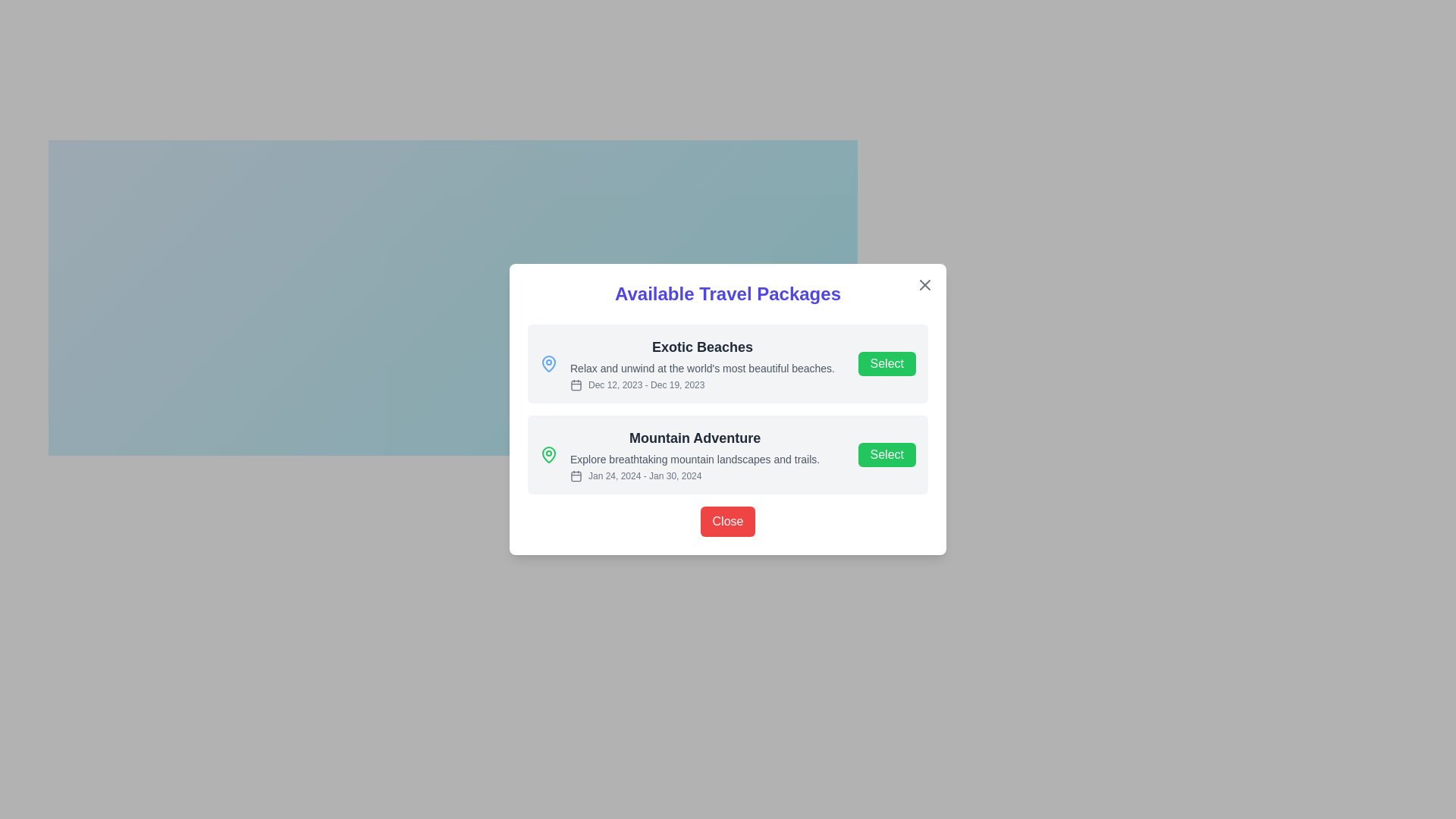 The height and width of the screenshot is (819, 1456). What do you see at coordinates (886, 363) in the screenshot?
I see `the 'Select' button` at bounding box center [886, 363].